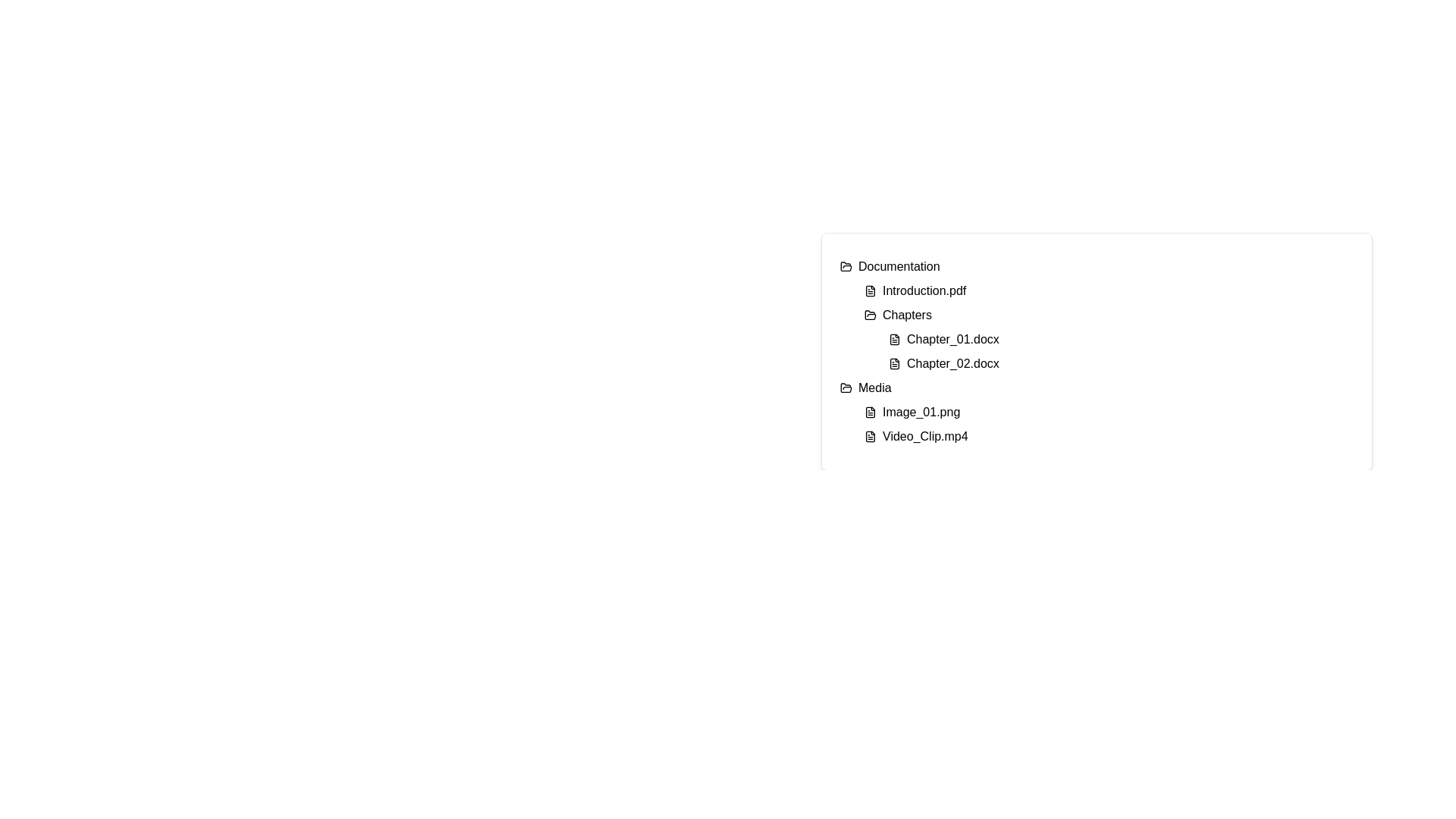 The image size is (1456, 819). Describe the element at coordinates (1109, 424) in the screenshot. I see `the File representation group displaying 'Image_01.png' and 'Video_Clip.mp4'` at that location.